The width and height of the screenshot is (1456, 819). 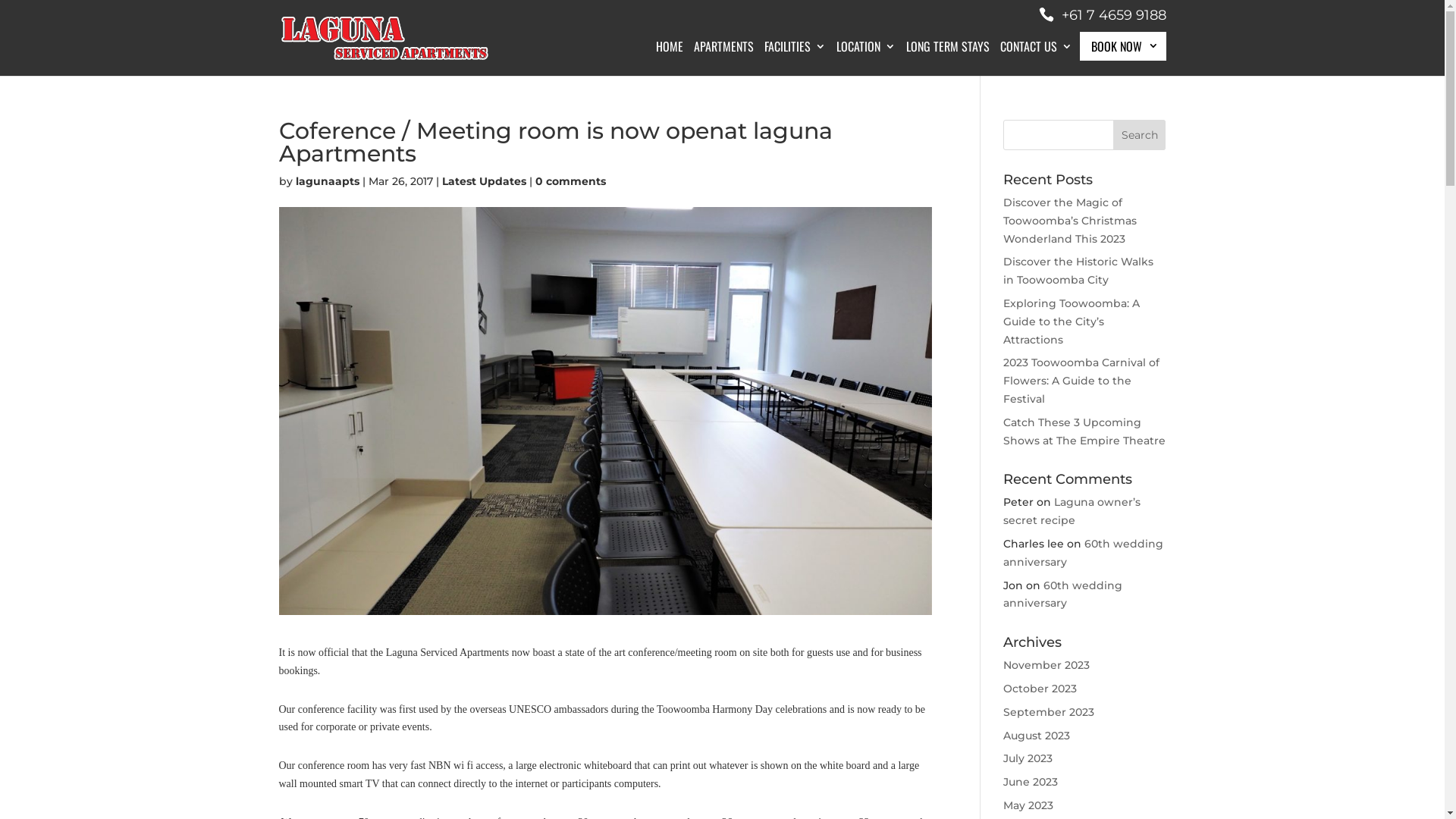 What do you see at coordinates (1082, 553) in the screenshot?
I see `'60th wedding anniversary'` at bounding box center [1082, 553].